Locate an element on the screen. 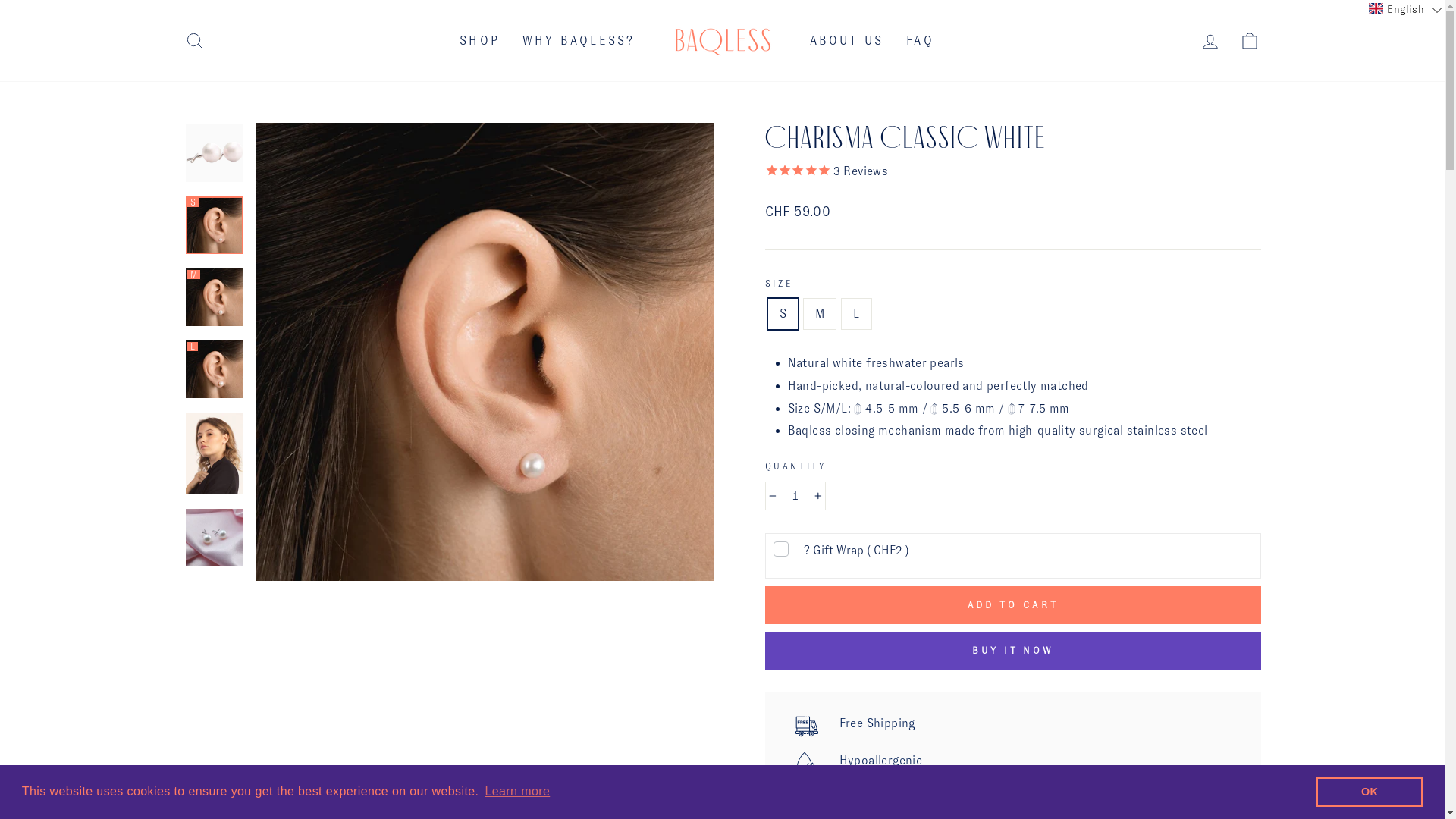 The height and width of the screenshot is (819, 1456). 'LOG IN' is located at coordinates (1210, 39).